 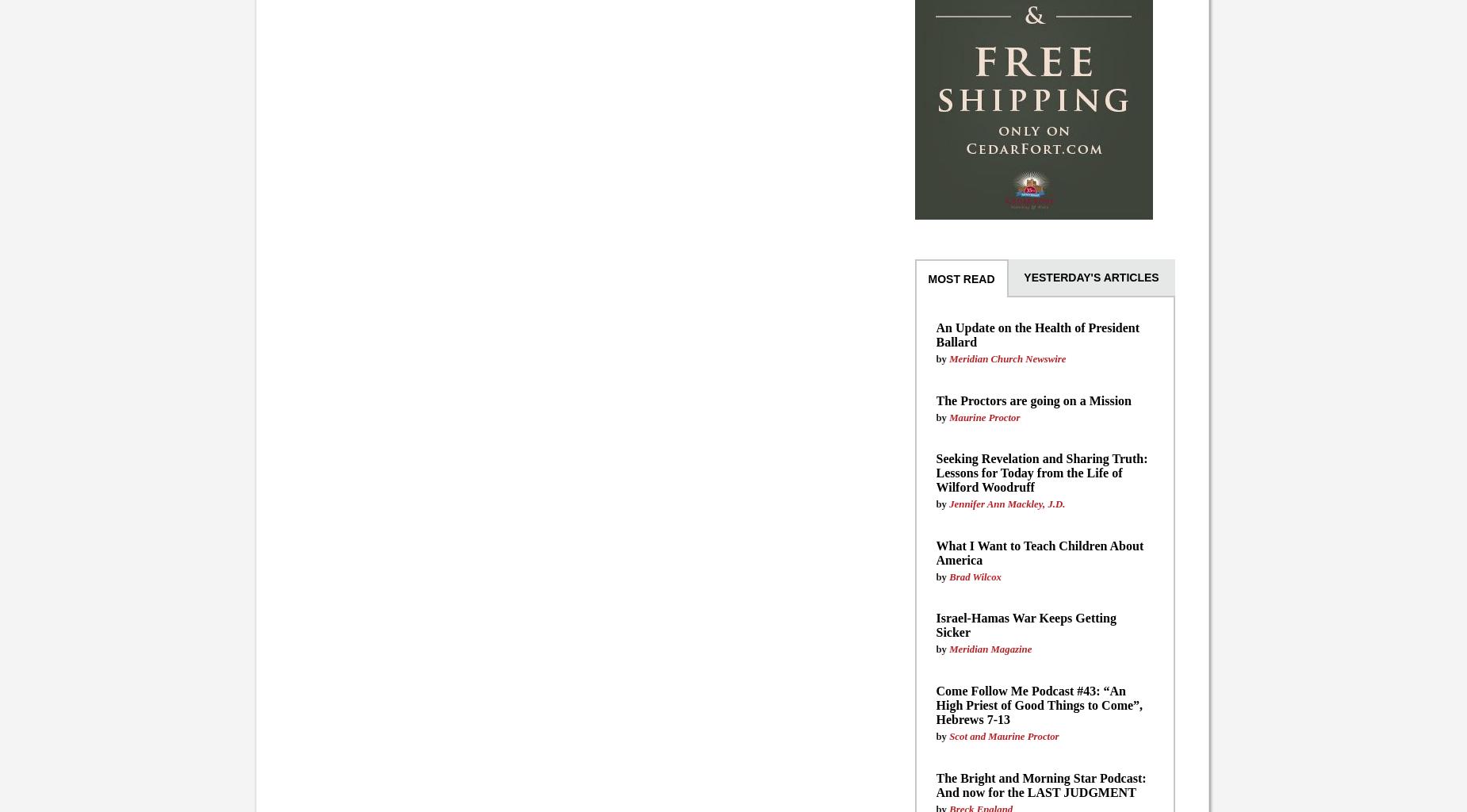 I want to click on 'An Update on the Health of President Ballard', so click(x=1036, y=334).